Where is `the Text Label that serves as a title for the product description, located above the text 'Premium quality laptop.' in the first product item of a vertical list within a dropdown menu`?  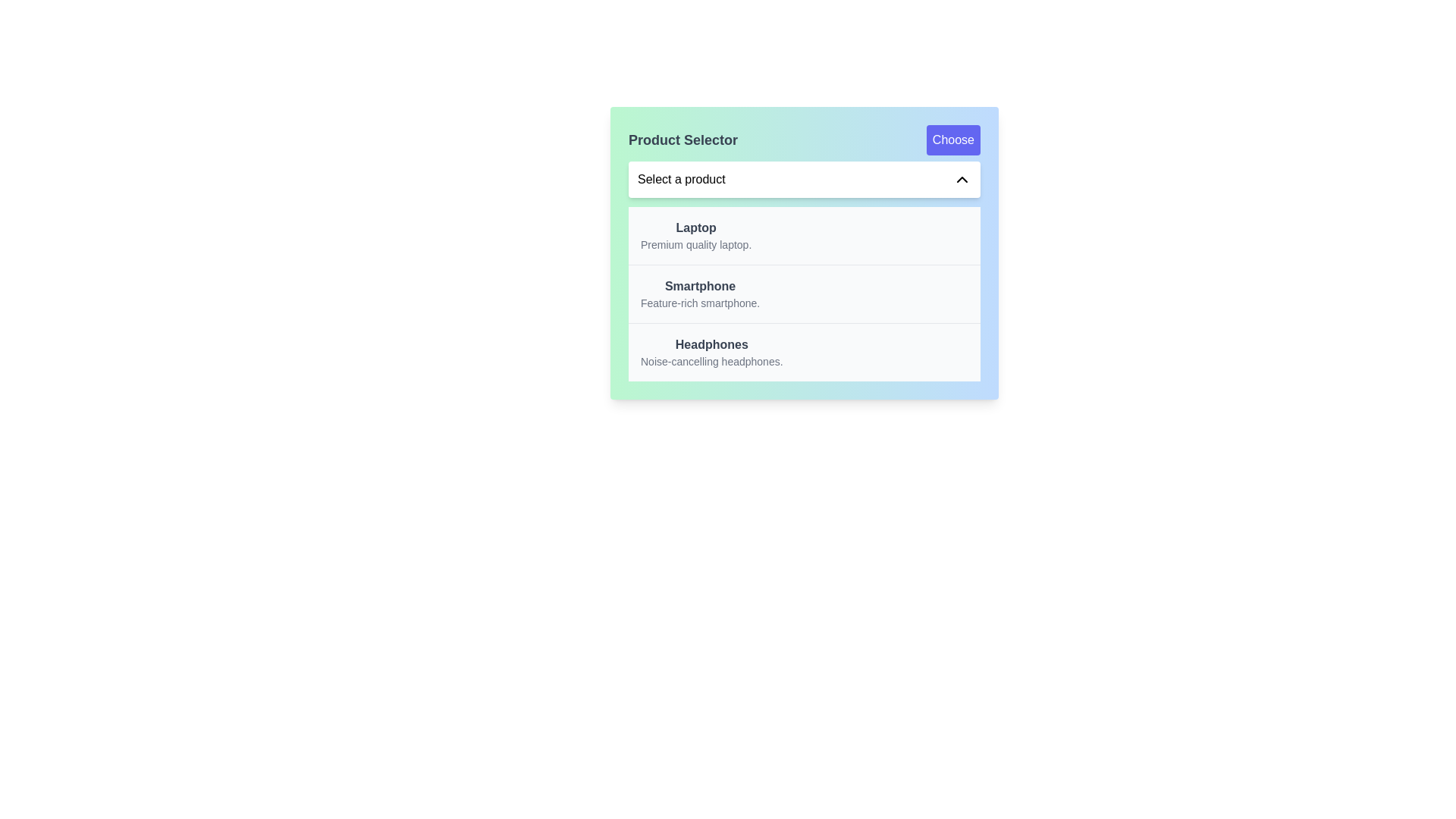
the Text Label that serves as a title for the product description, located above the text 'Premium quality laptop.' in the first product item of a vertical list within a dropdown menu is located at coordinates (695, 227).